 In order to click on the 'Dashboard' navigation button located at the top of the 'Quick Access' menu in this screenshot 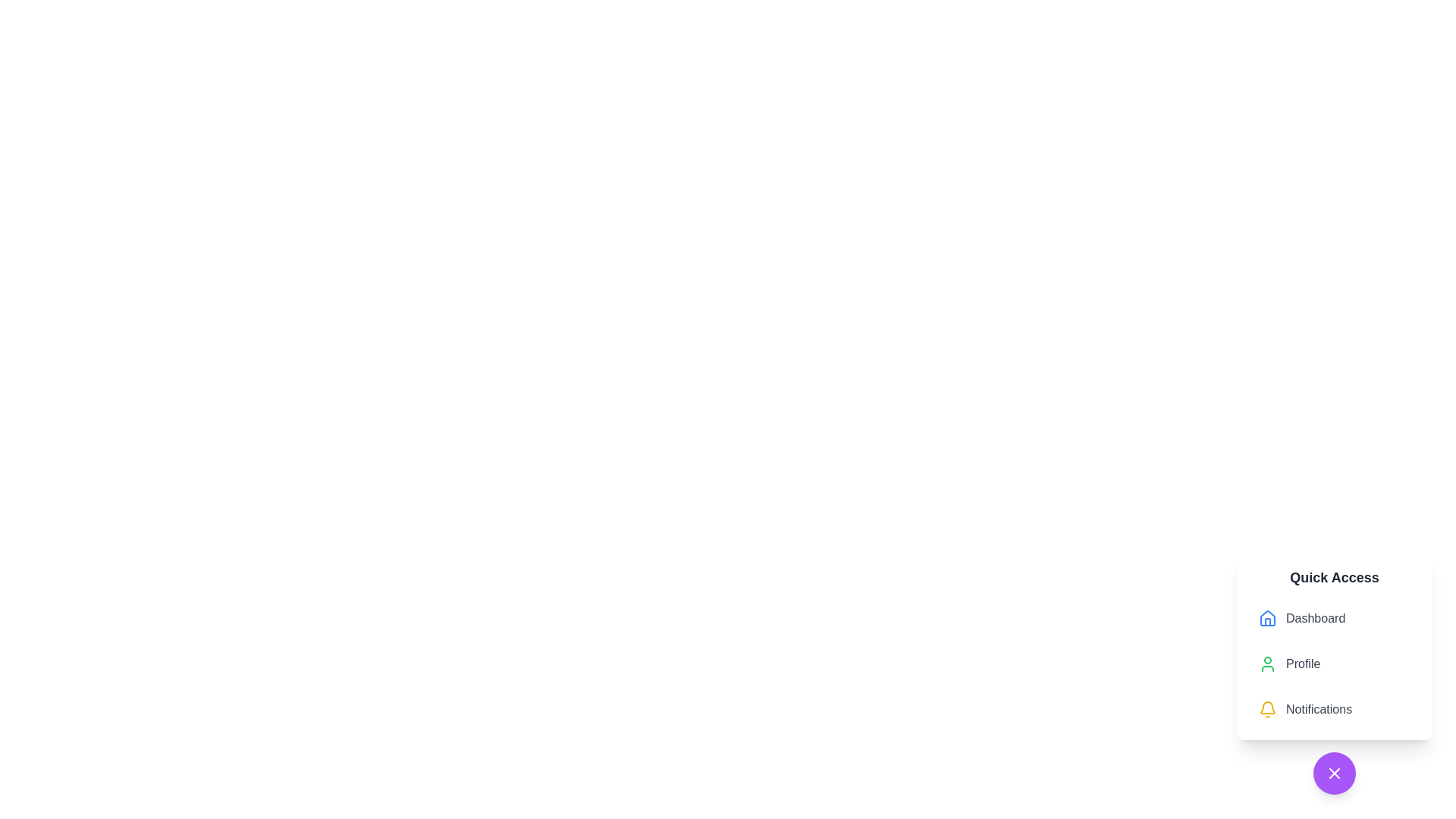, I will do `click(1335, 619)`.